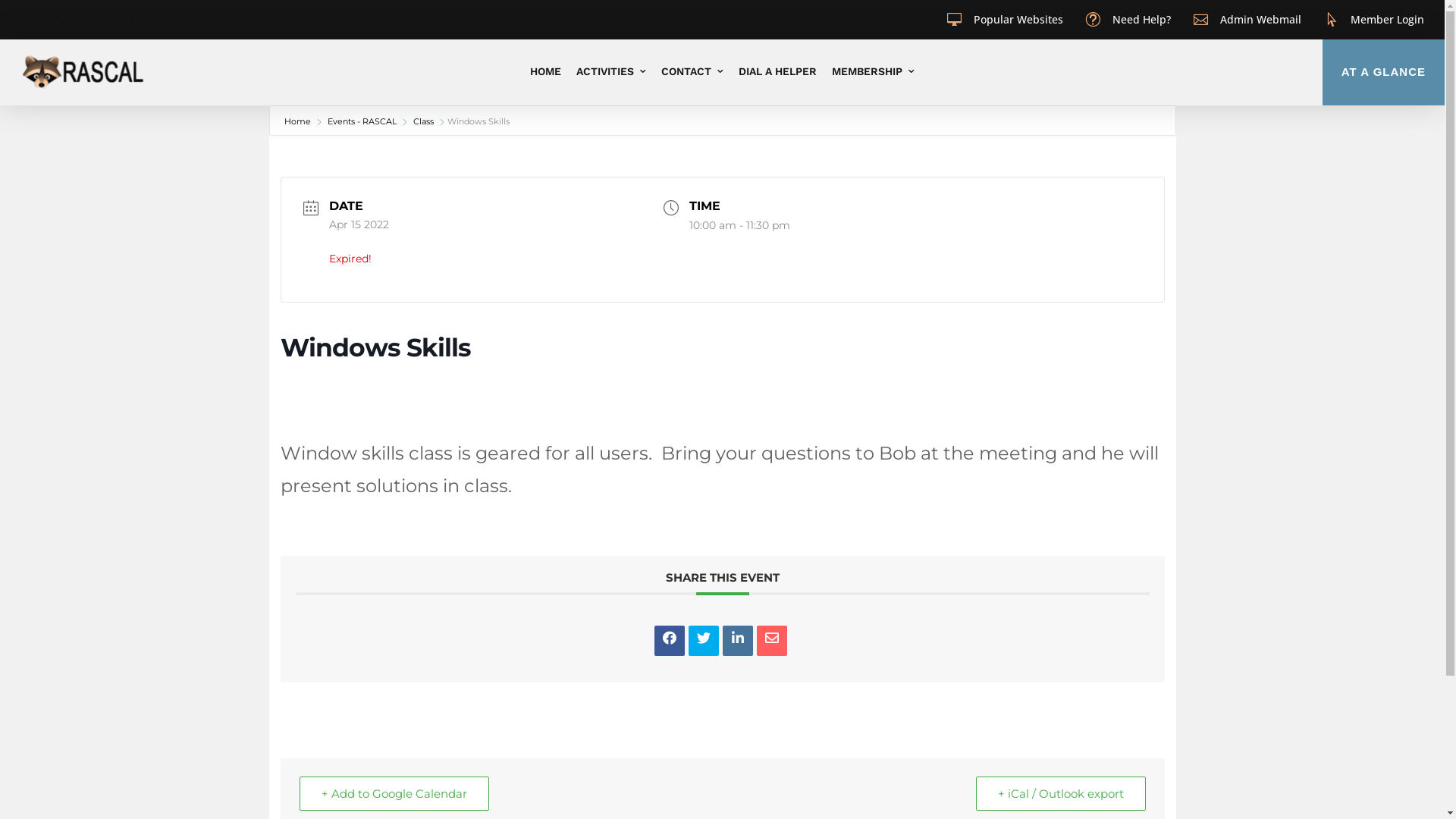 The height and width of the screenshot is (819, 1456). What do you see at coordinates (1350, 19) in the screenshot?
I see `'Member Login'` at bounding box center [1350, 19].